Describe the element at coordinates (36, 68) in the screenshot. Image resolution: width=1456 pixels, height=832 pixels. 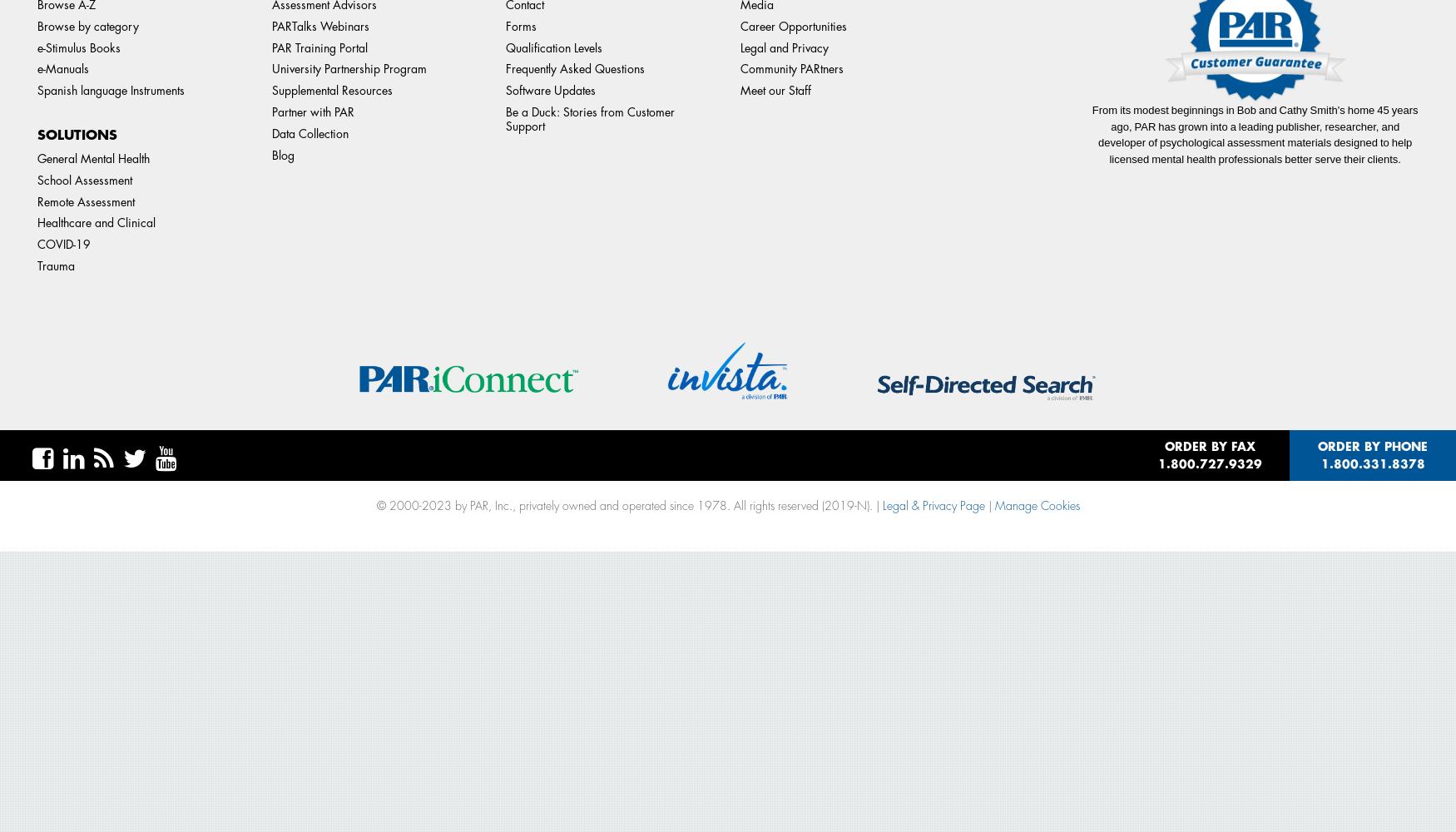
I see `'e-Manuals'` at that location.